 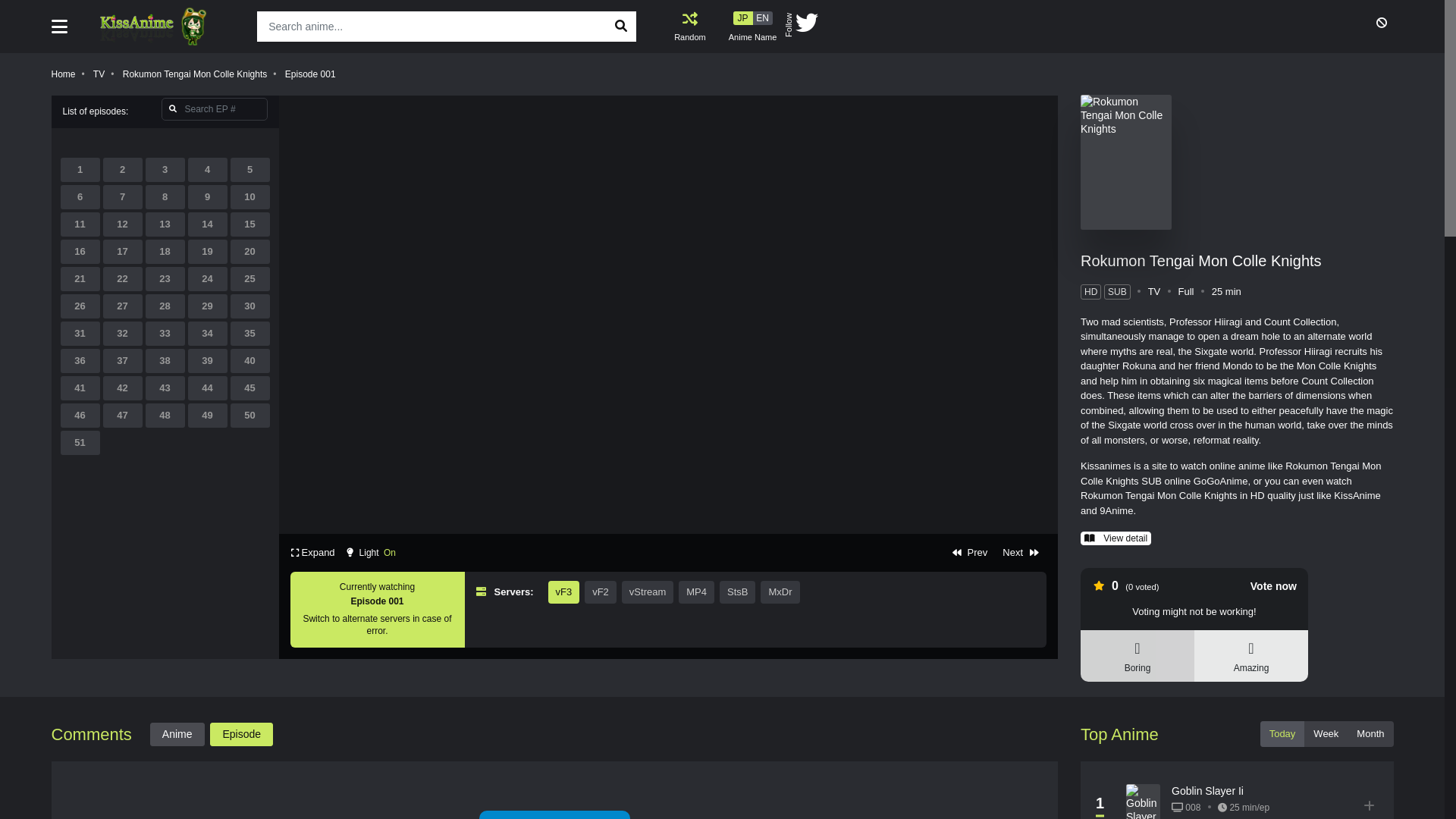 What do you see at coordinates (79, 306) in the screenshot?
I see `'26'` at bounding box center [79, 306].